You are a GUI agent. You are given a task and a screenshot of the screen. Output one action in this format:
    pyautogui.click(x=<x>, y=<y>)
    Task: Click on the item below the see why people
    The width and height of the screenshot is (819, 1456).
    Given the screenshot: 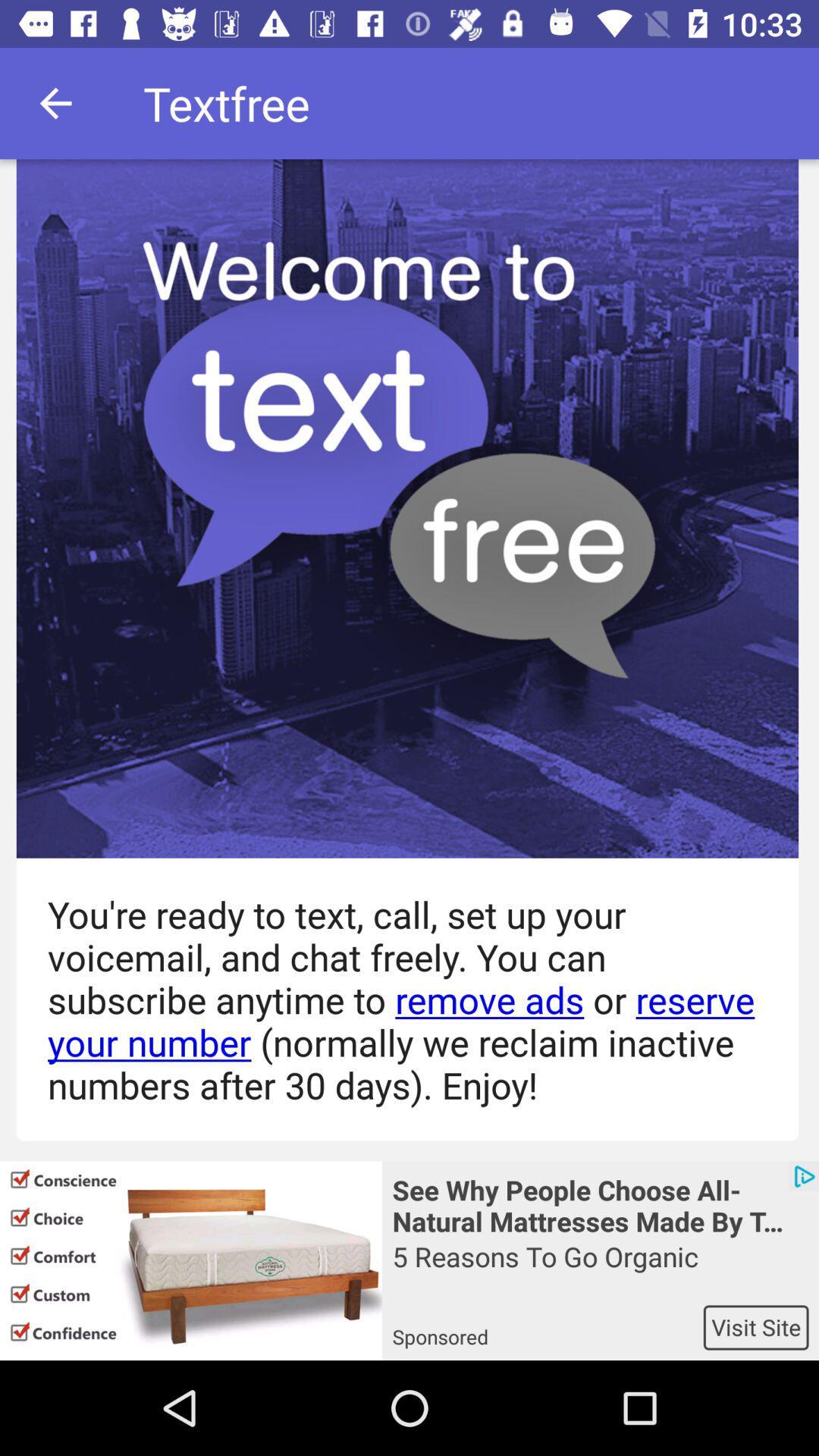 What is the action you would take?
    pyautogui.click(x=599, y=1271)
    